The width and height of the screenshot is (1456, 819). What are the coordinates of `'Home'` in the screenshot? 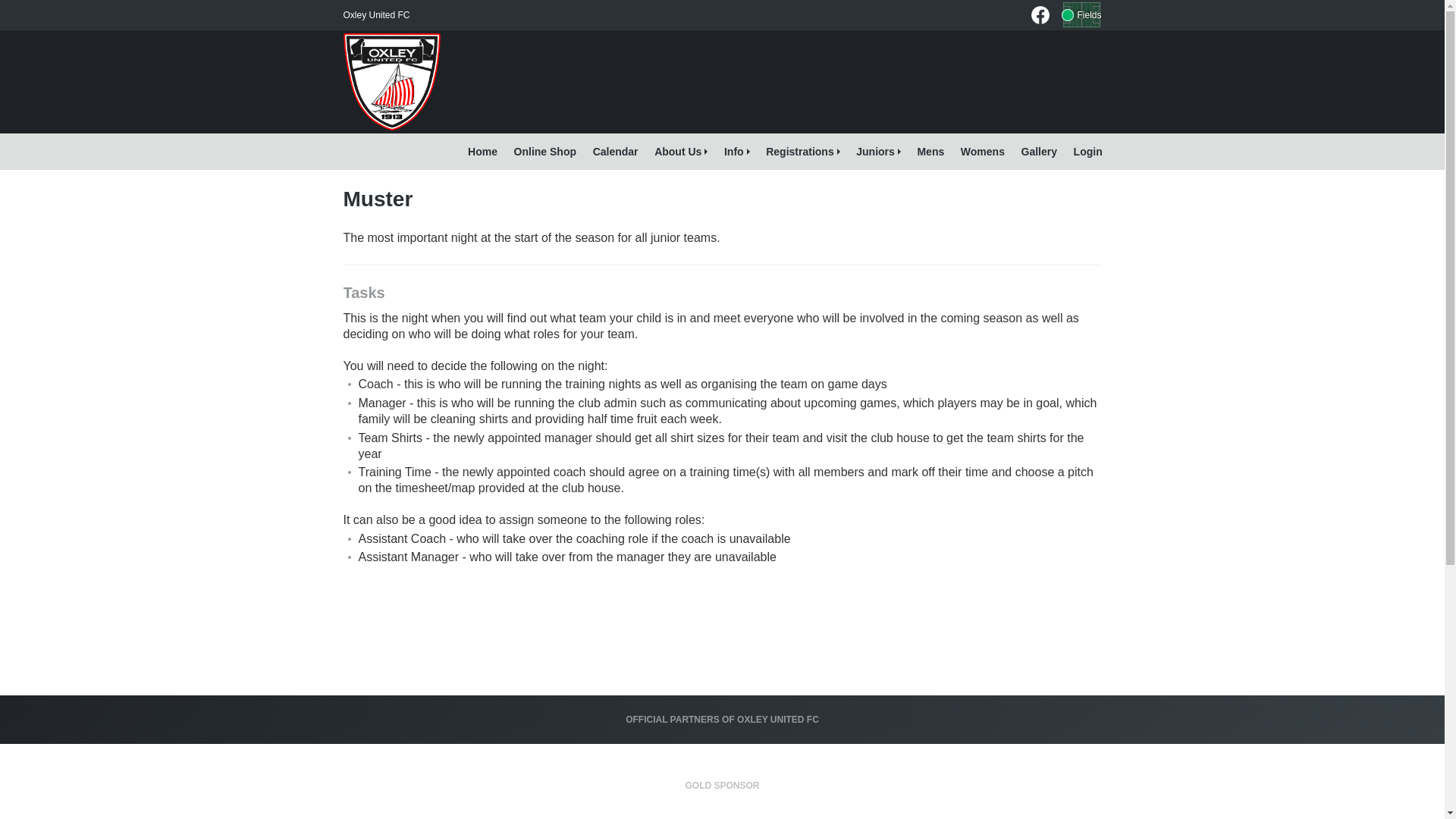 It's located at (482, 152).